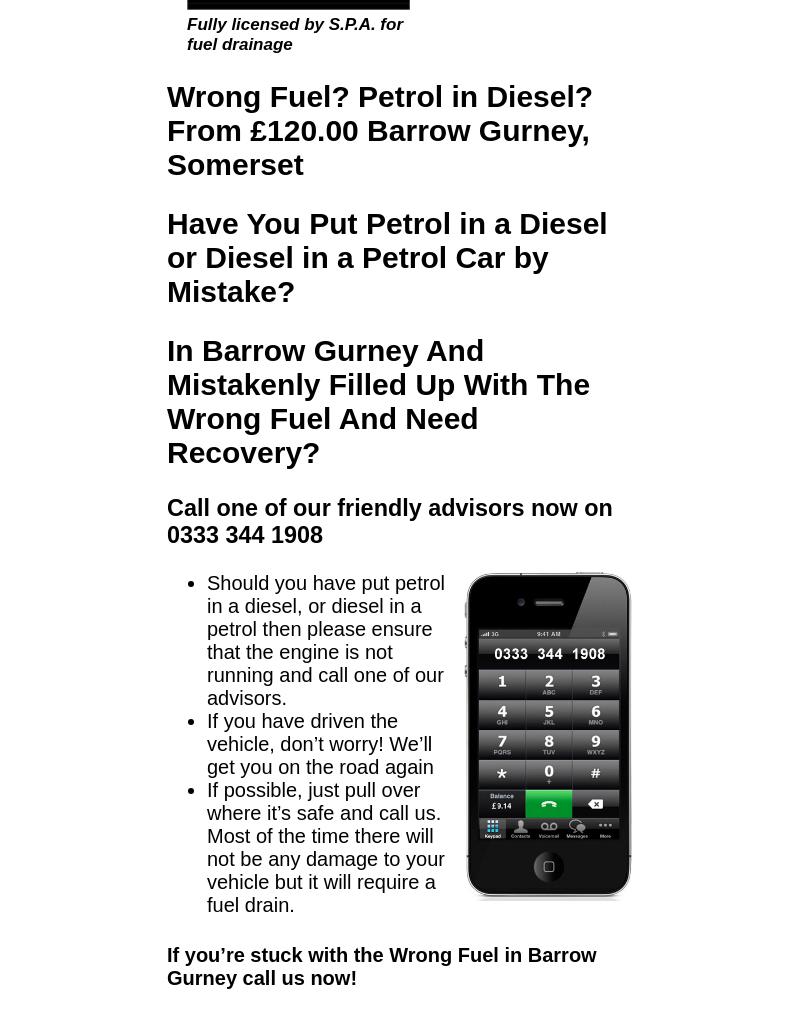 The image size is (800, 1010). I want to click on 'If possible, just pull over where it’s safe and call us. Most of the time there will not be any damage to your vehicle but it will require a fuel drain.', so click(206, 847).